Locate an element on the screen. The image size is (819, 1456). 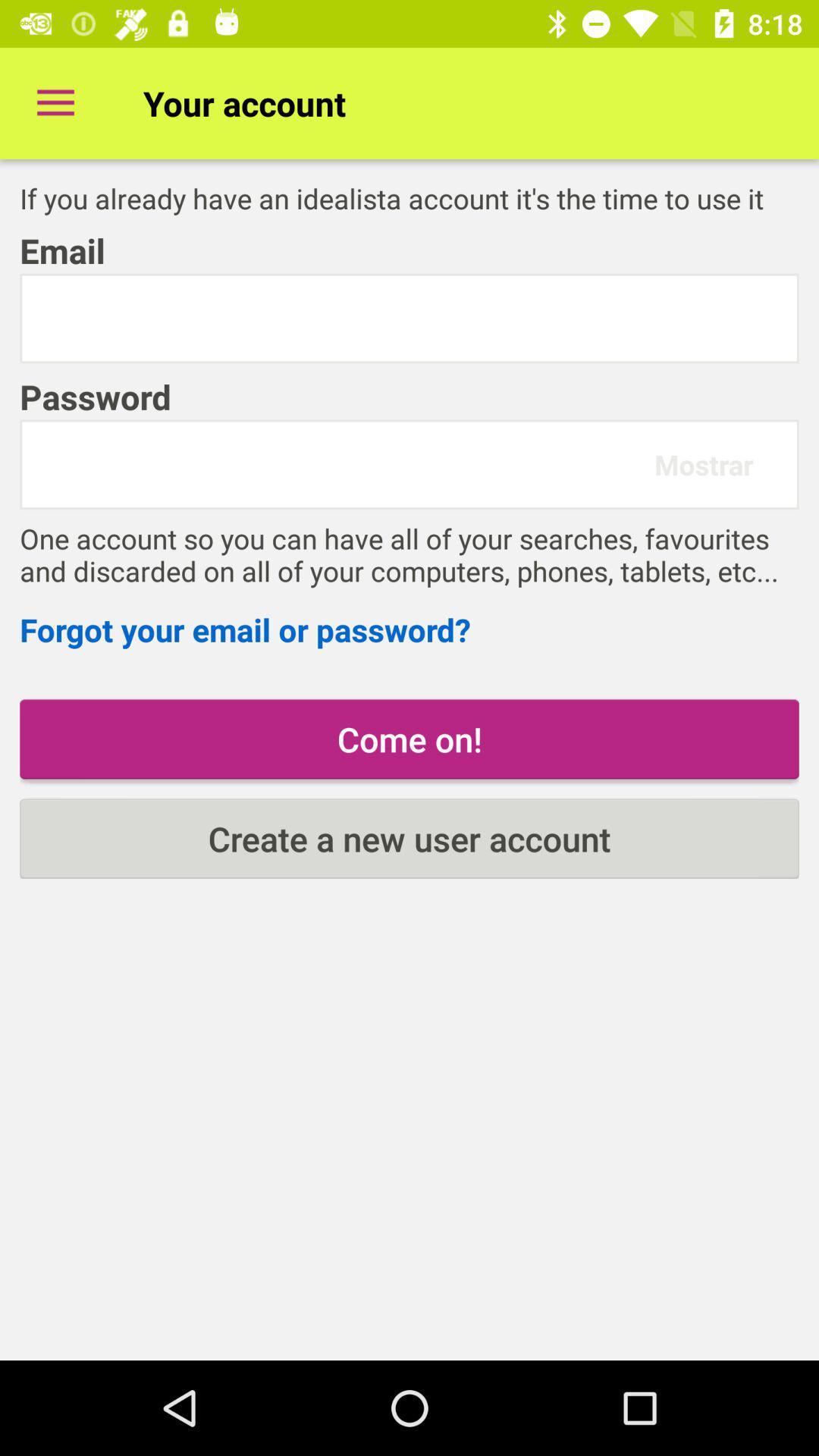
forgot your email is located at coordinates (409, 629).